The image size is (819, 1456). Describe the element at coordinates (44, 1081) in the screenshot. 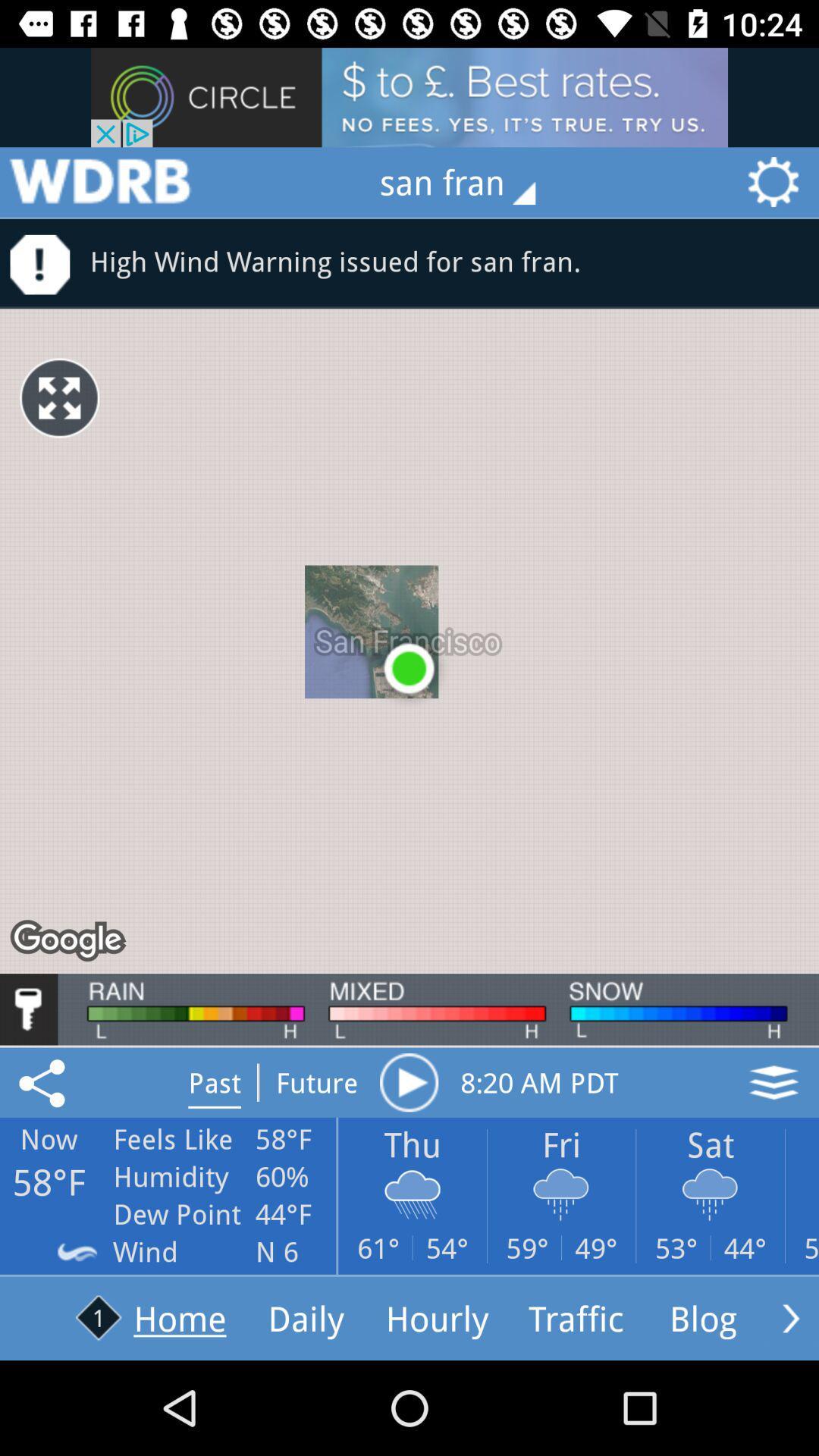

I see `share the location` at that location.